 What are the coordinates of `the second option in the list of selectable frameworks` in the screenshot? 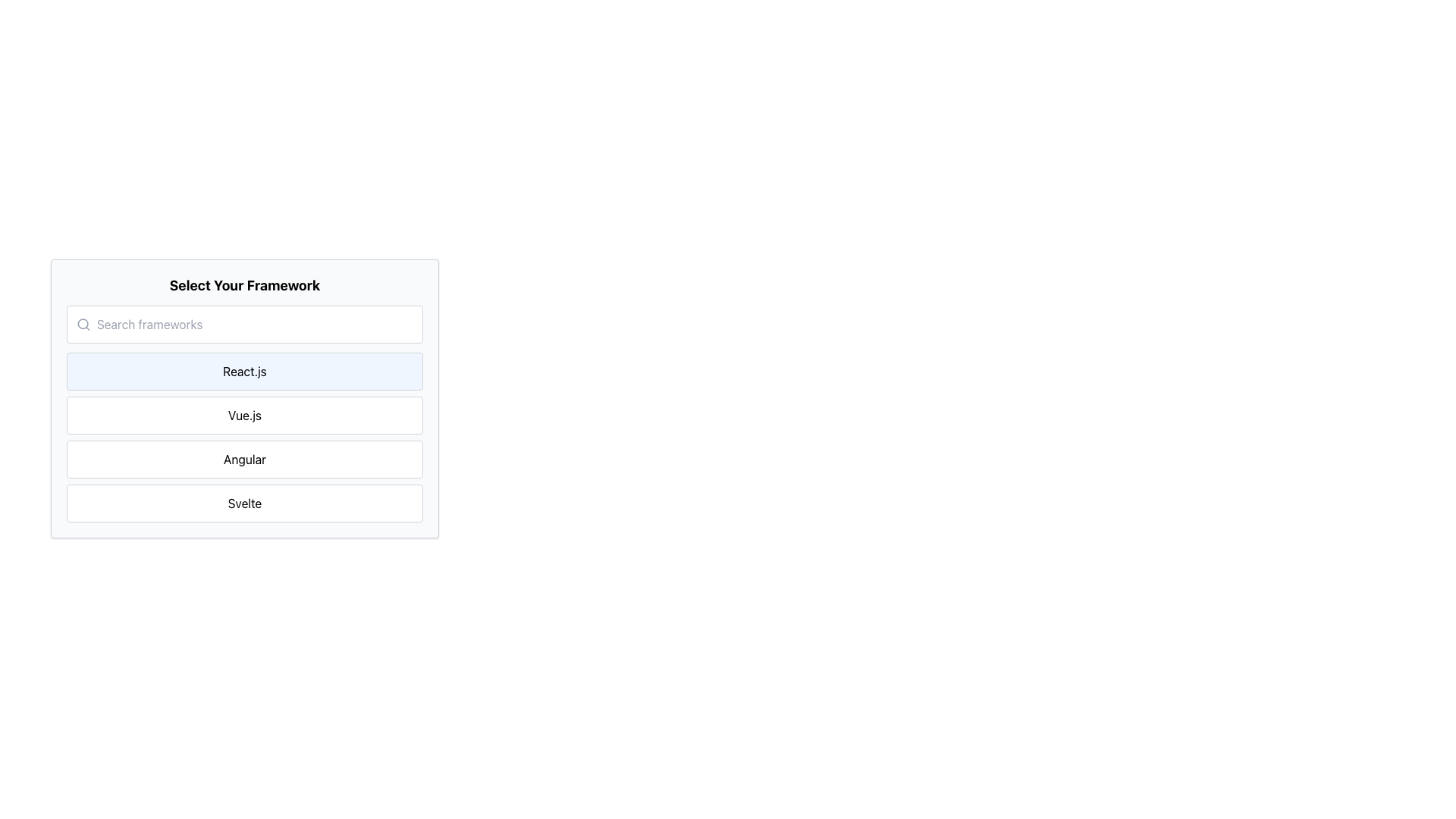 It's located at (244, 397).